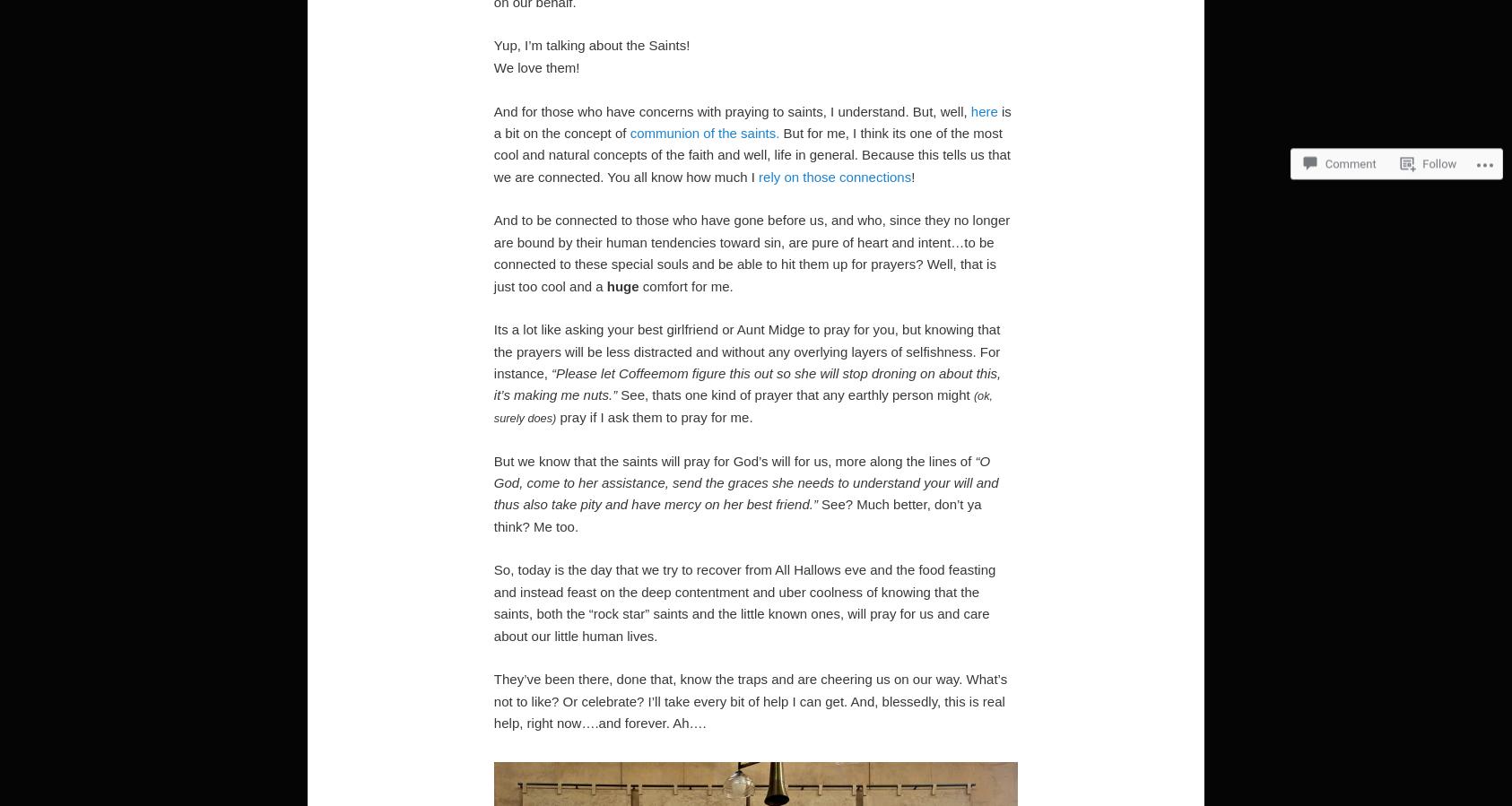  Describe the element at coordinates (492, 460) in the screenshot. I see `'But we know that the saints will pray for God’s will for us, more along the lines of'` at that location.